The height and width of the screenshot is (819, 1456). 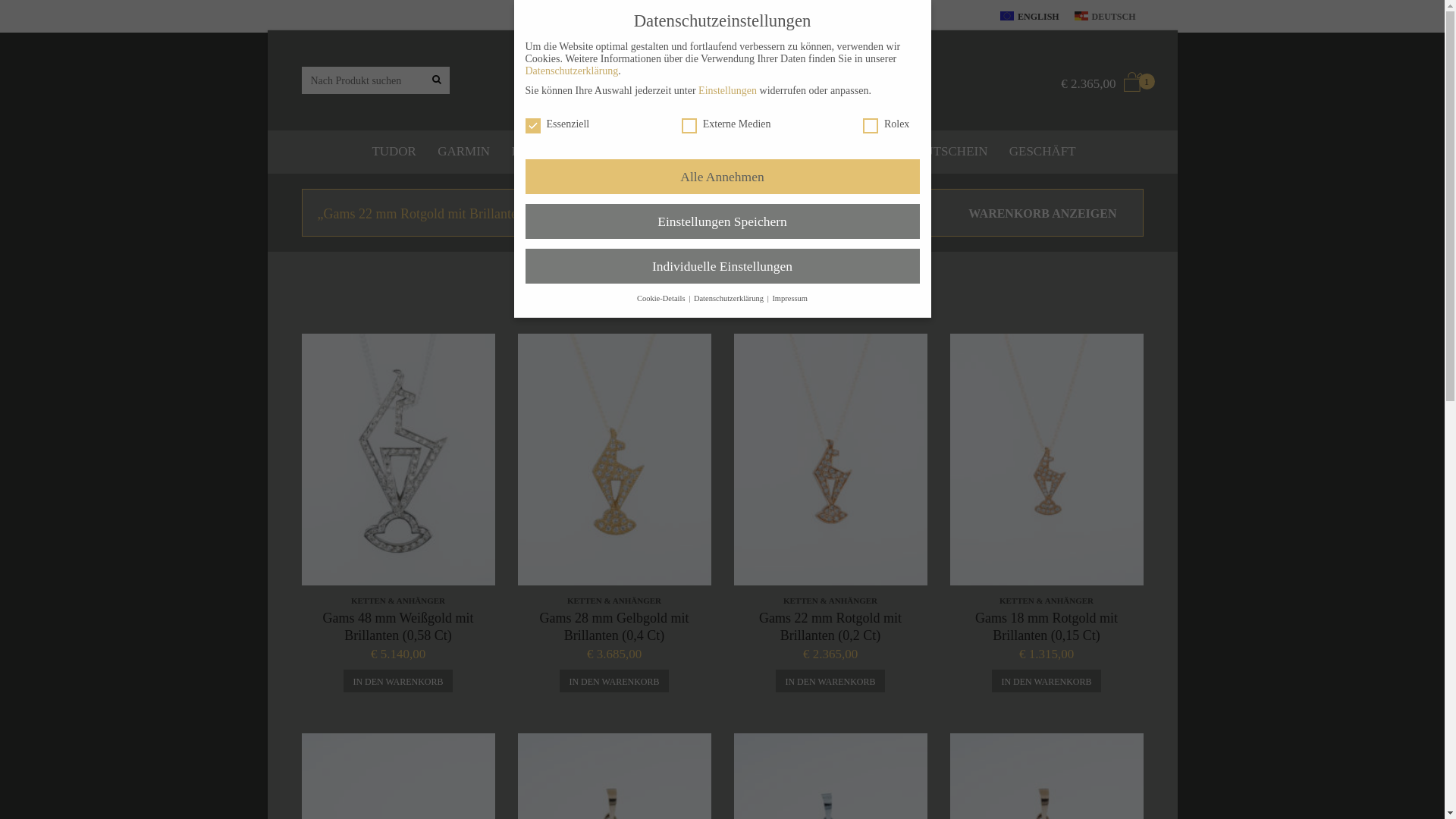 What do you see at coordinates (789, 298) in the screenshot?
I see `'Impressum'` at bounding box center [789, 298].